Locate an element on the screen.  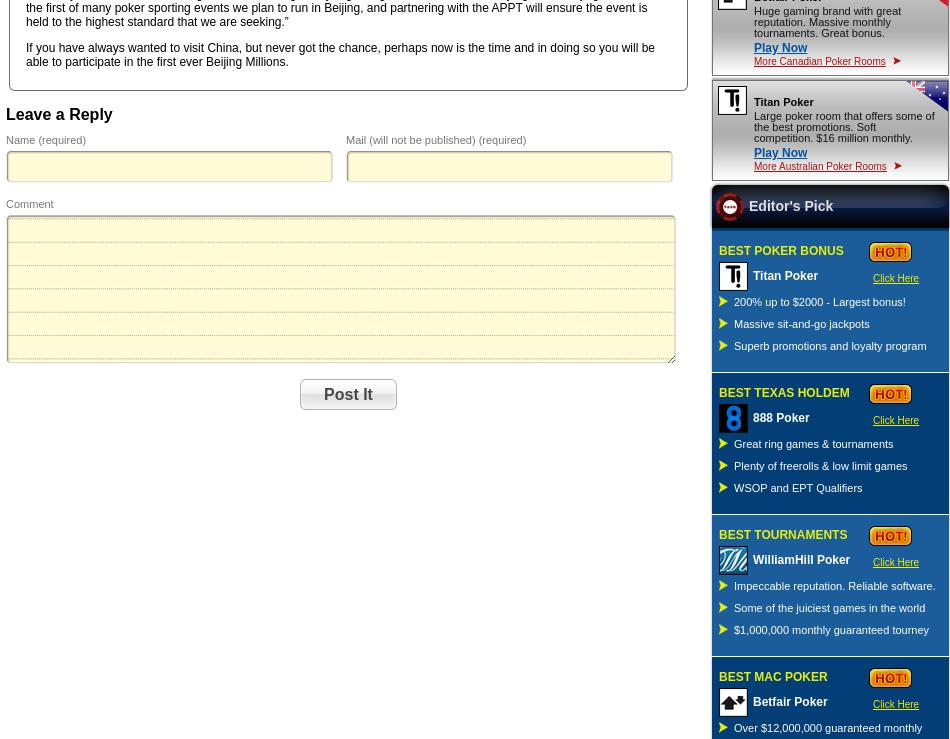
'More Australian Poker Rooms' is located at coordinates (819, 164).